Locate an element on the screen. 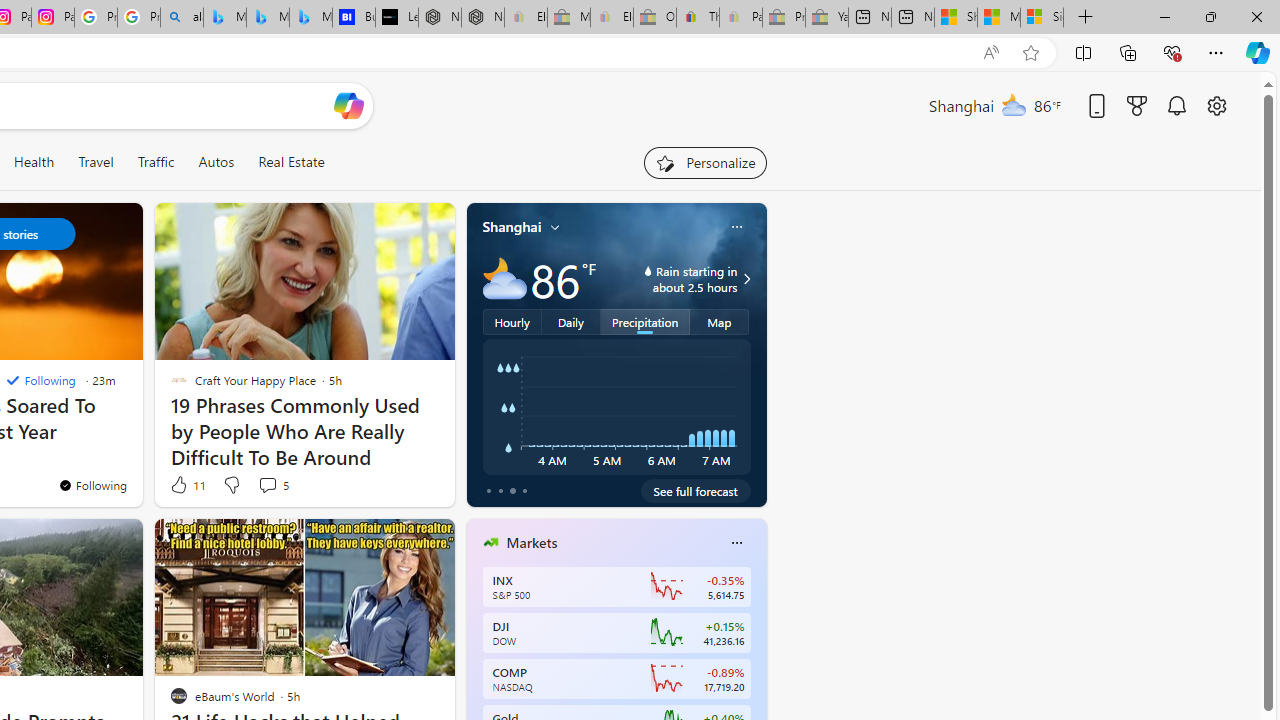 The image size is (1280, 720). 'water-drop-icon' is located at coordinates (648, 270).